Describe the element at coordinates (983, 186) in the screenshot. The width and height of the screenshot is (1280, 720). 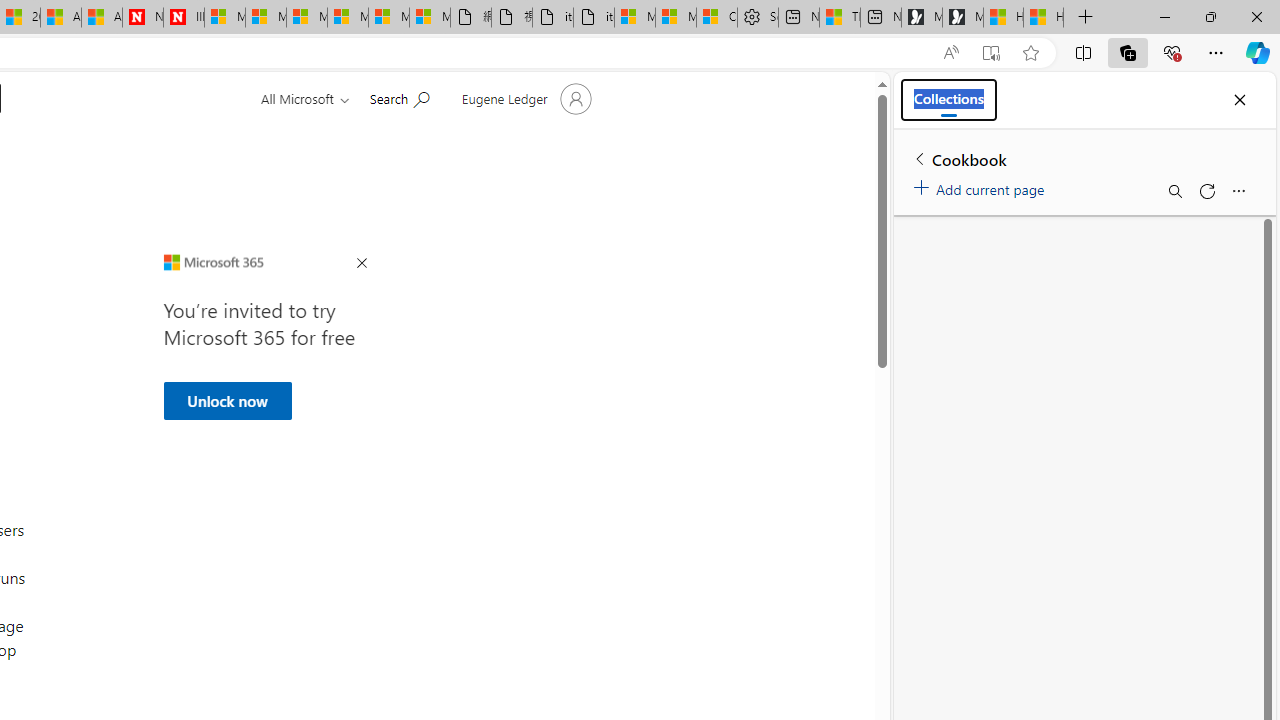
I see `'Add current page'` at that location.